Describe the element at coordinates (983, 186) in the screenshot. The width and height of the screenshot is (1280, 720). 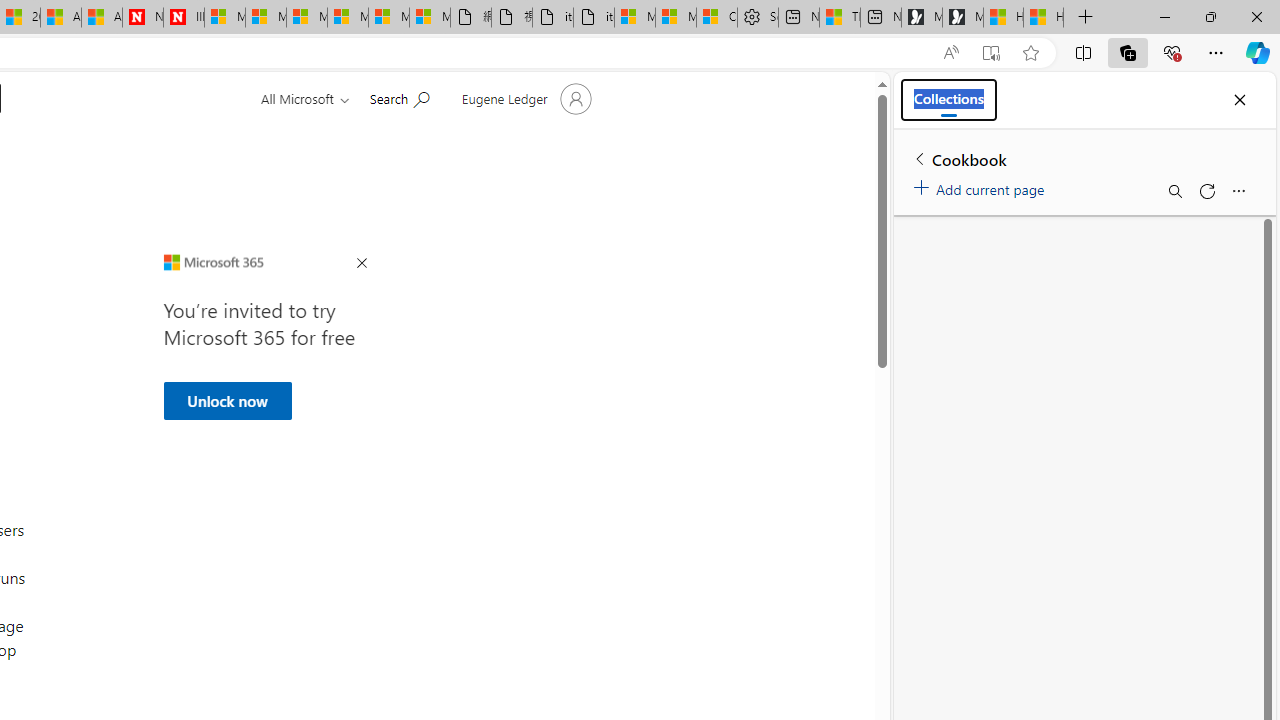
I see `'Add current page'` at that location.